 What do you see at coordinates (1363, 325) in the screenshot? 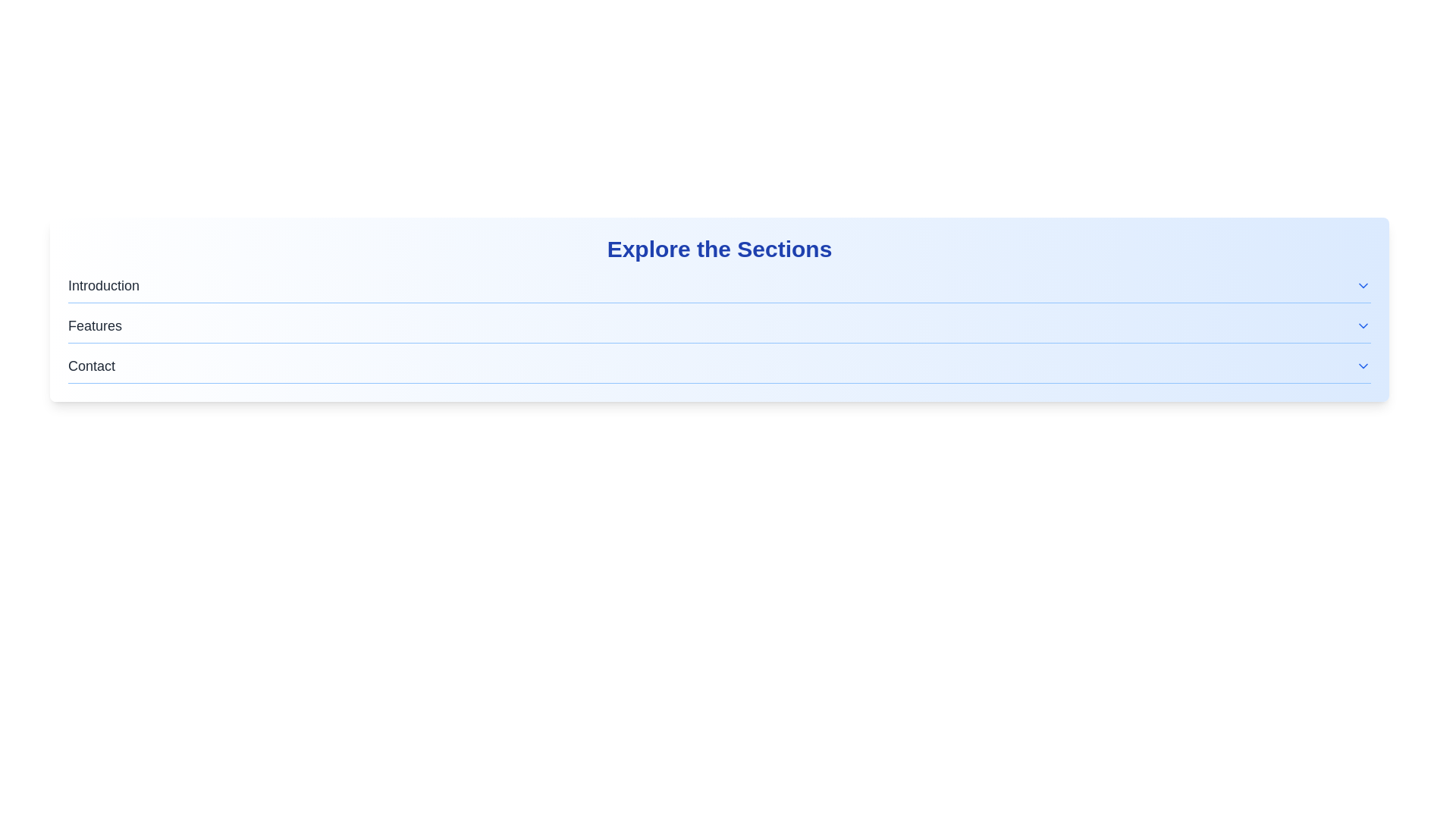
I see `the downward-facing blue chevron icon next to the 'Features' label` at bounding box center [1363, 325].